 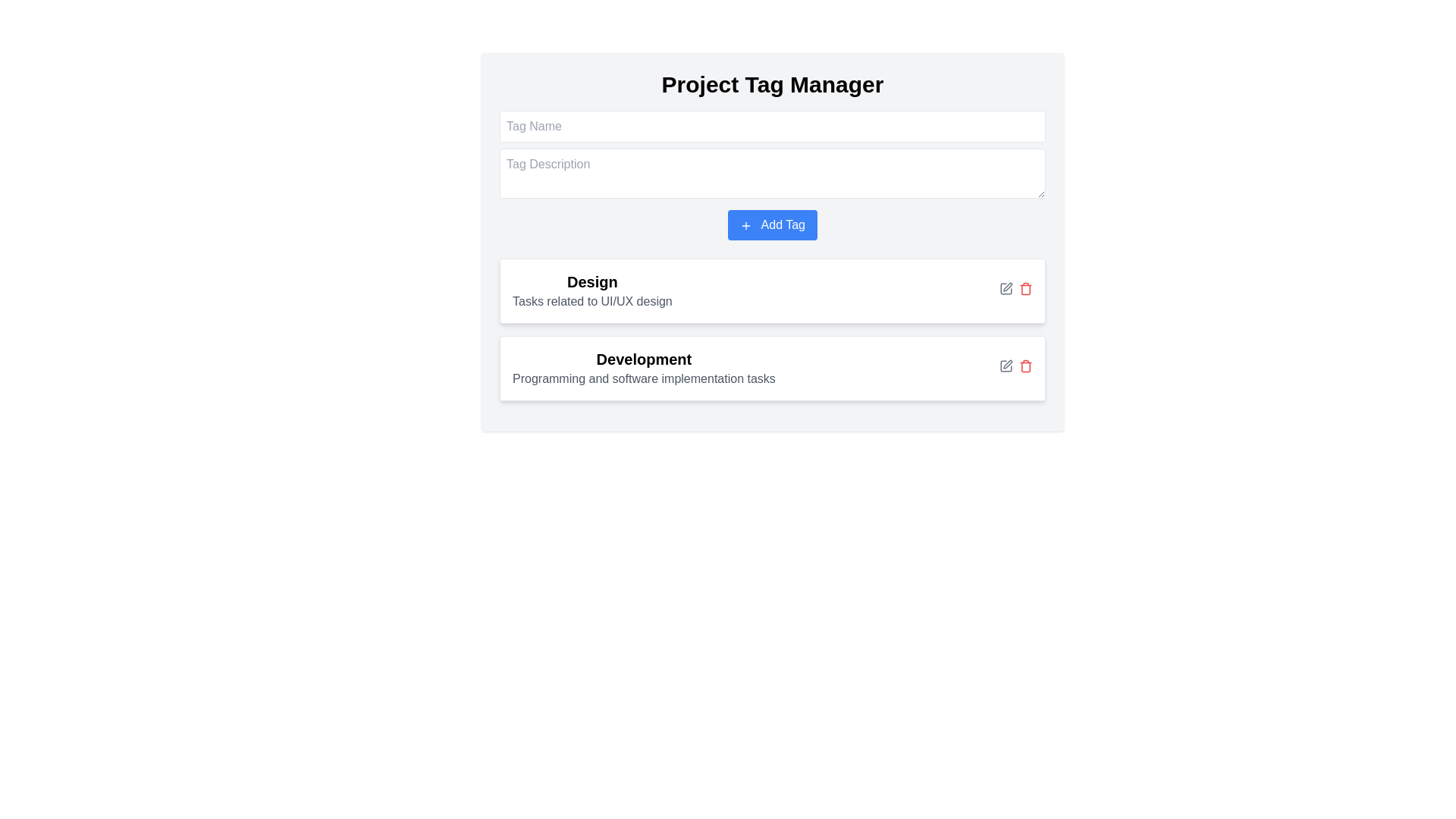 What do you see at coordinates (1015, 291) in the screenshot?
I see `the edit icon located in the Action icon group at the top-right corner of the 'Design' section` at bounding box center [1015, 291].